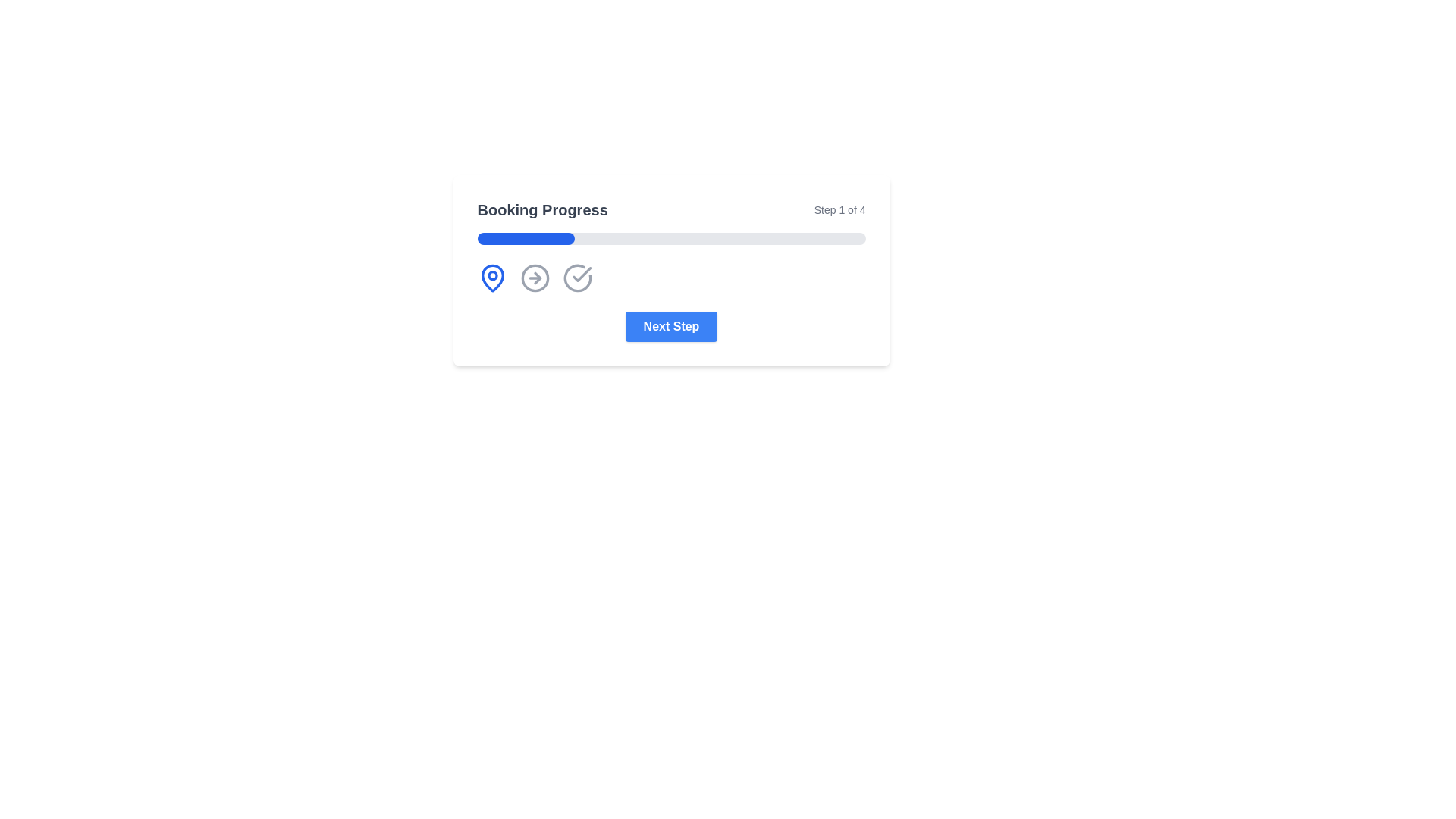 This screenshot has width=1456, height=819. I want to click on the navigation icons within the 'Booking Progress' card component, so click(670, 270).